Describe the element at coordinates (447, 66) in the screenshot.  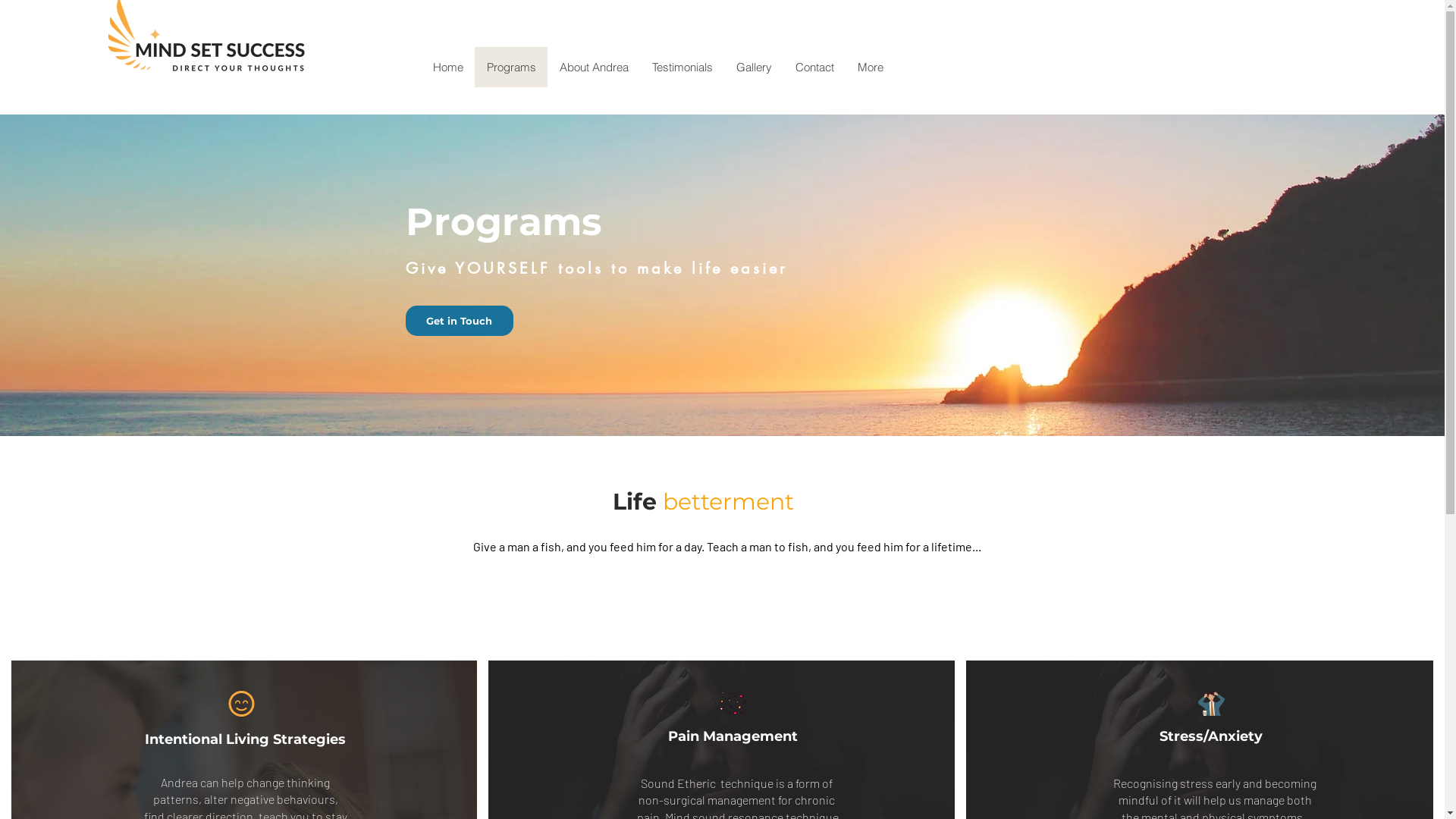
I see `'Home'` at that location.